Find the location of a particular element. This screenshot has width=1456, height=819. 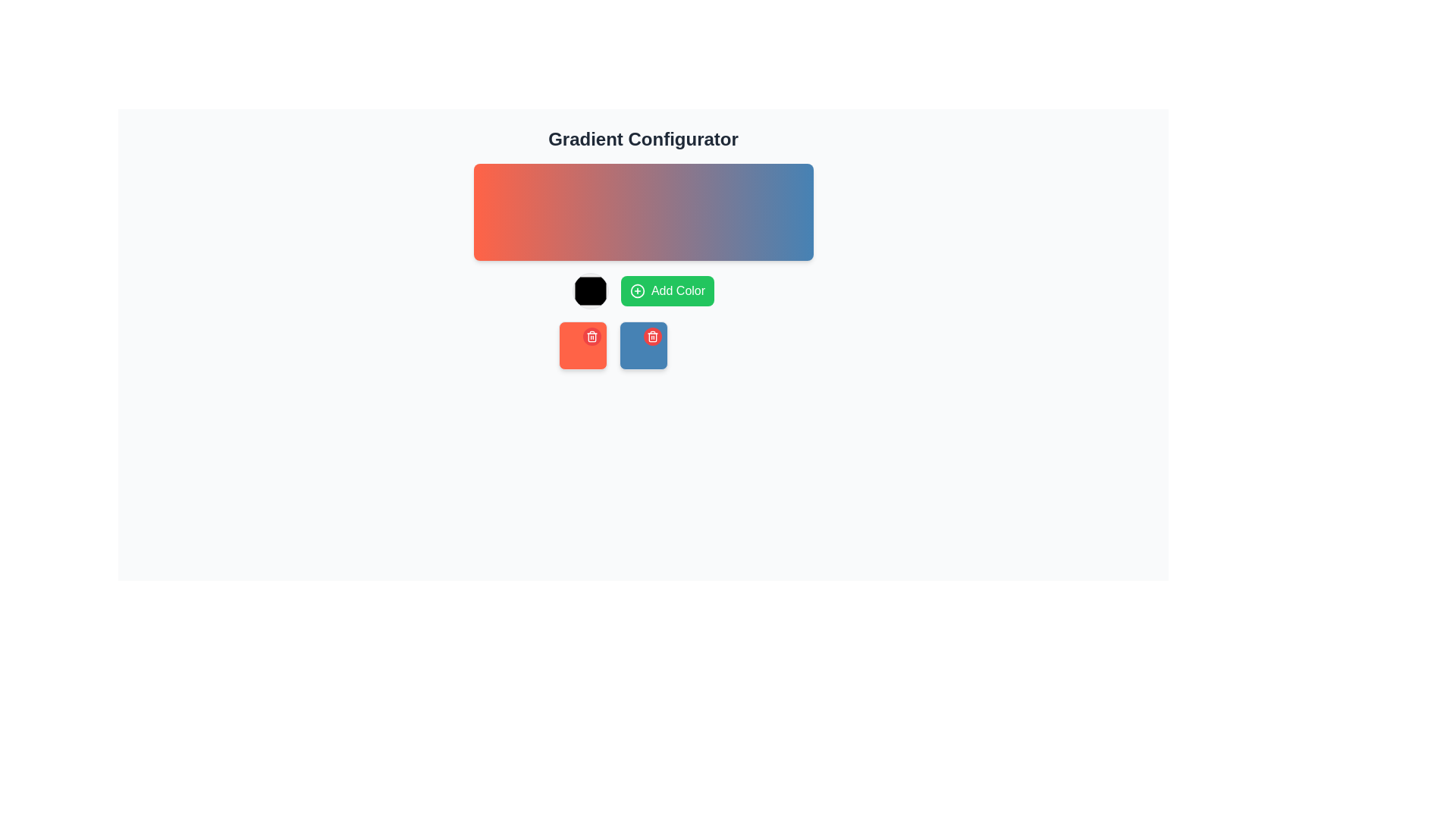

the Text element that labels the section, positioned at the top and horizontally centered above other content is located at coordinates (643, 140).